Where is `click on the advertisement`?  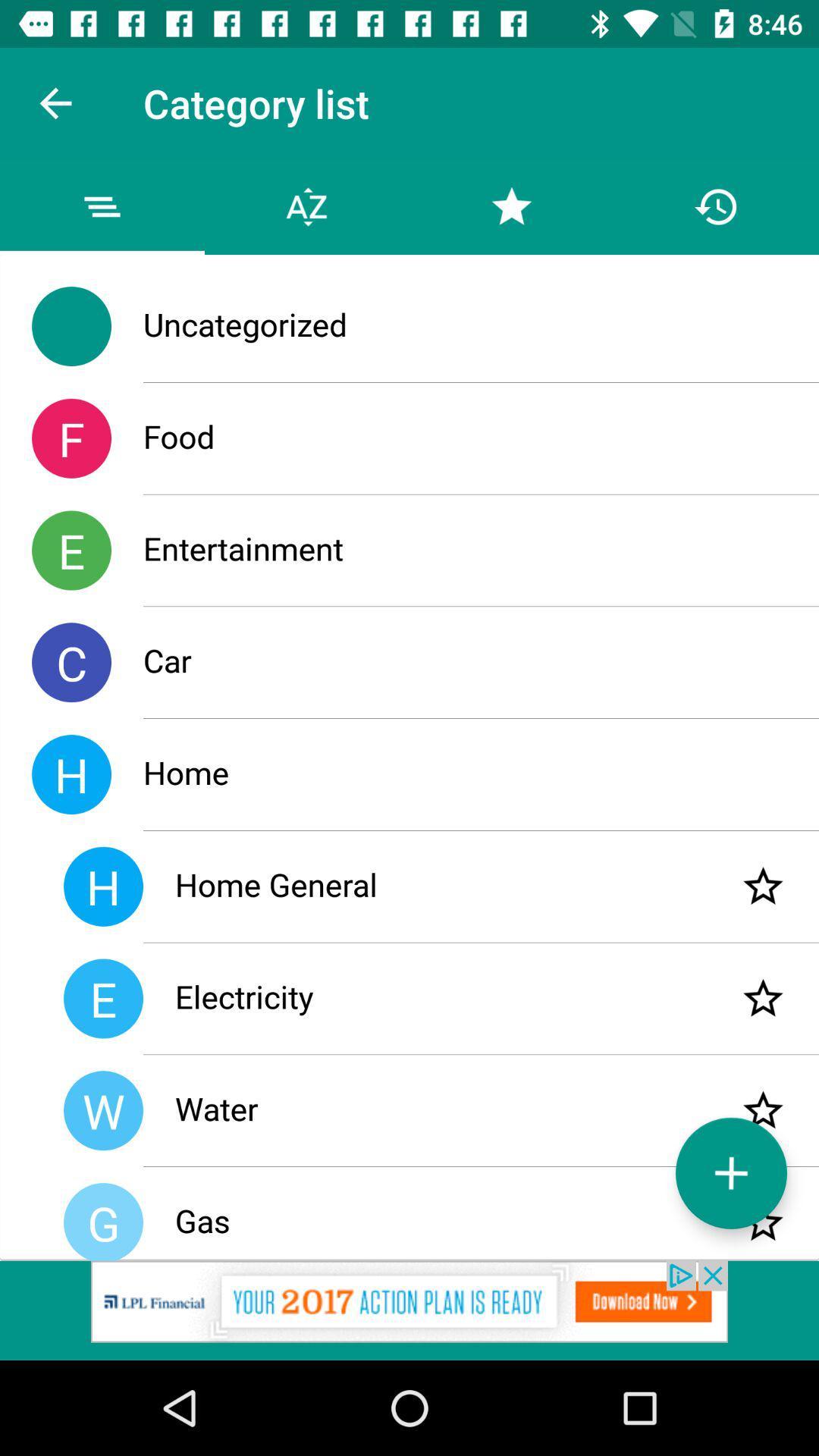
click on the advertisement is located at coordinates (409, 1310).